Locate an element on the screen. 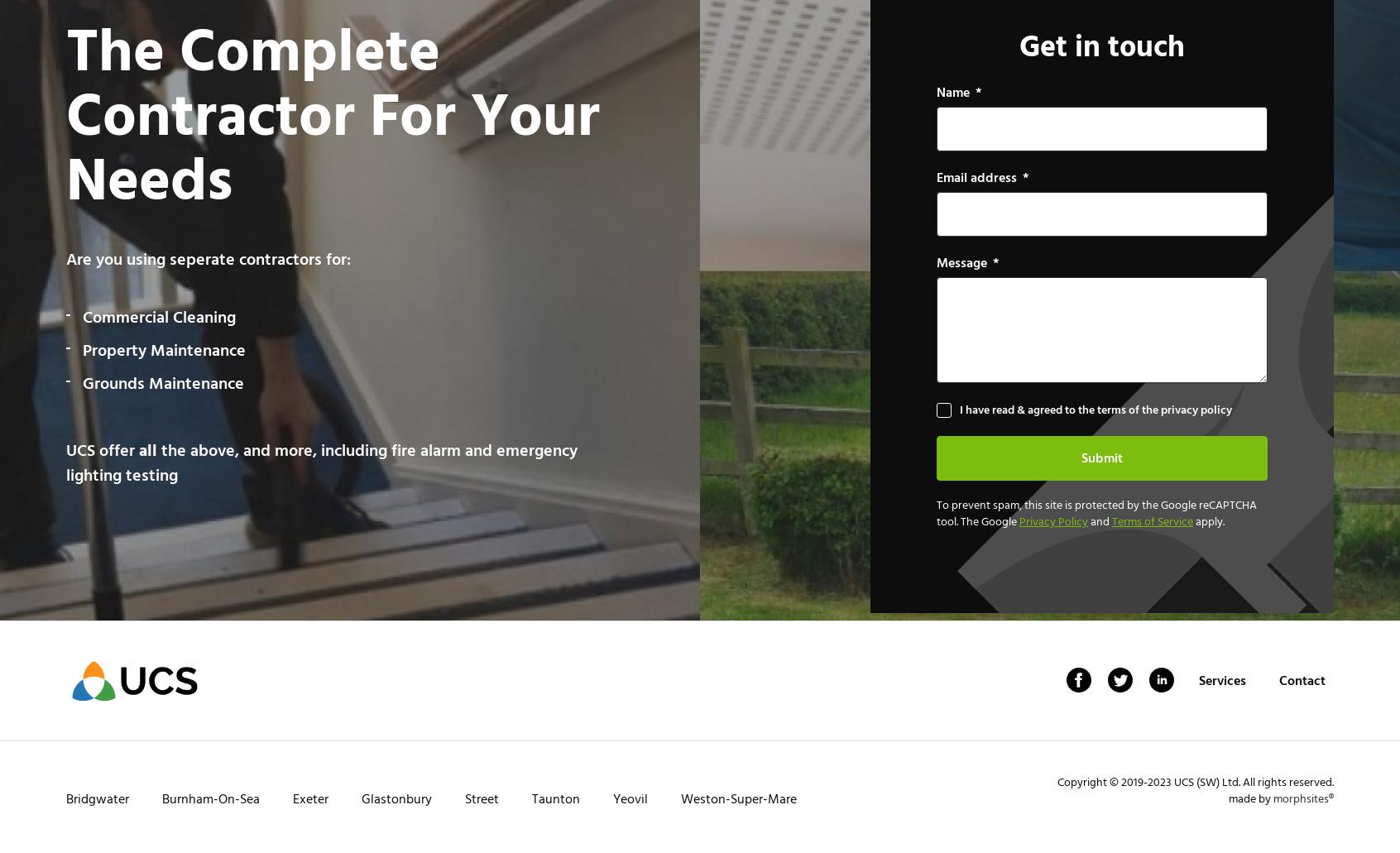  'Get in touch' is located at coordinates (1019, 46).